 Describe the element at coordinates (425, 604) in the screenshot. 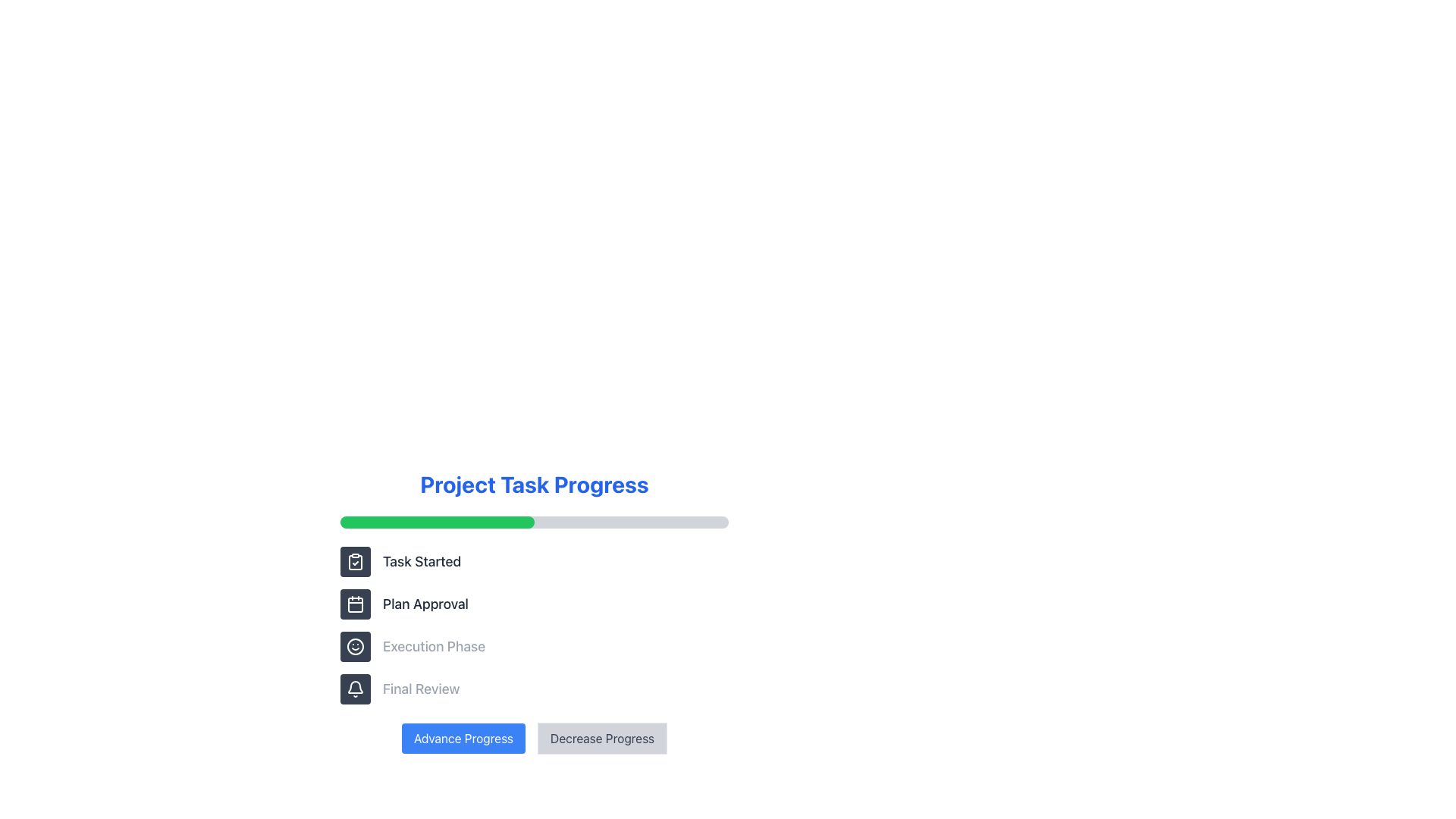

I see `label of the text element displaying 'Plan Approval', which is the second item in a vertical task list, located beneath 'Task Started' and above 'Execution Phase'` at that location.